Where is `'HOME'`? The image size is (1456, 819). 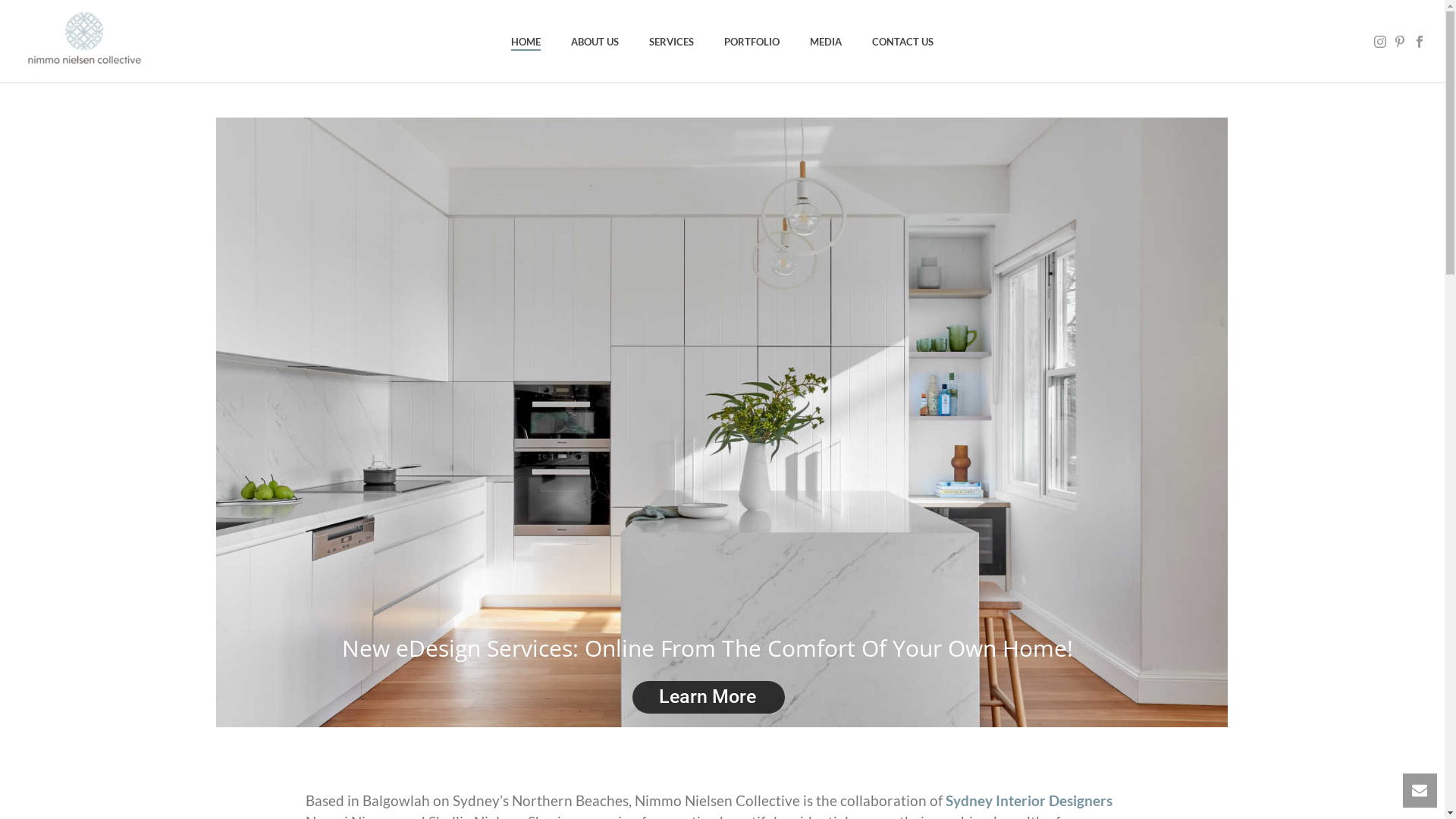 'HOME' is located at coordinates (495, 40).